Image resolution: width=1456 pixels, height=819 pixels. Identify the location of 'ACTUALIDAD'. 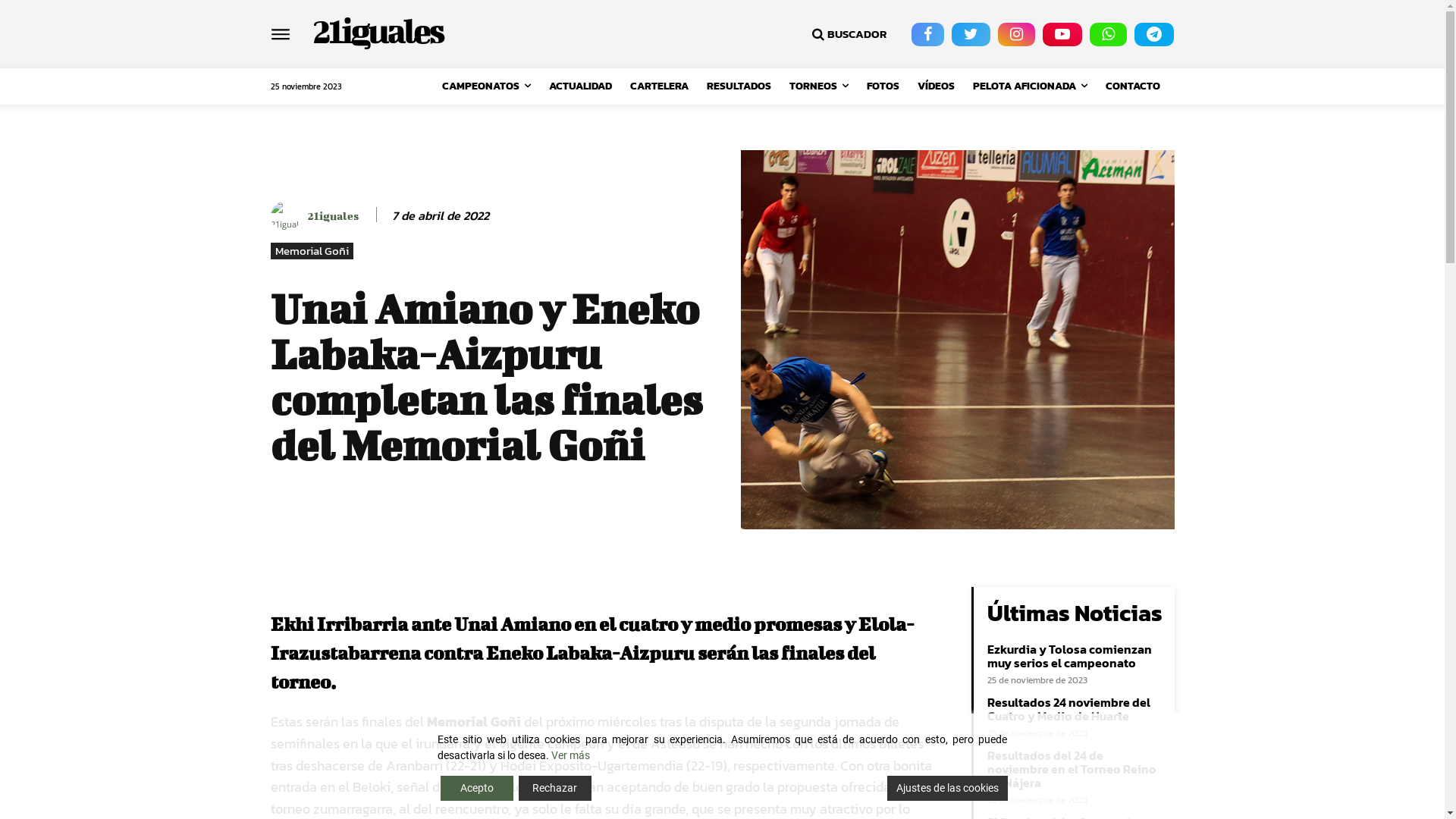
(579, 86).